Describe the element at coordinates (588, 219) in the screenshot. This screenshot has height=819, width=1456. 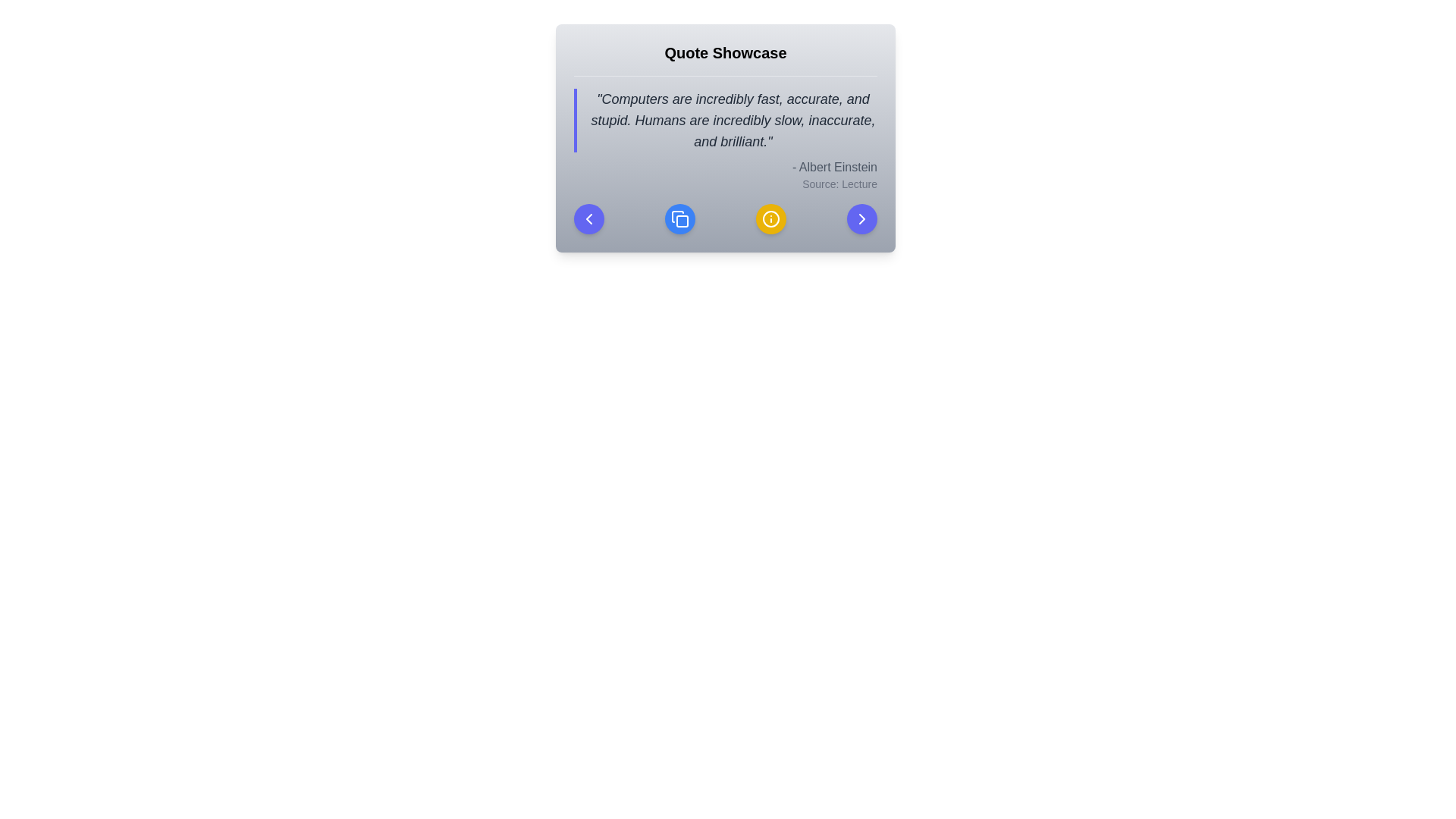
I see `the navigational button that allows the user to move to the previous quote in the showcase` at that location.